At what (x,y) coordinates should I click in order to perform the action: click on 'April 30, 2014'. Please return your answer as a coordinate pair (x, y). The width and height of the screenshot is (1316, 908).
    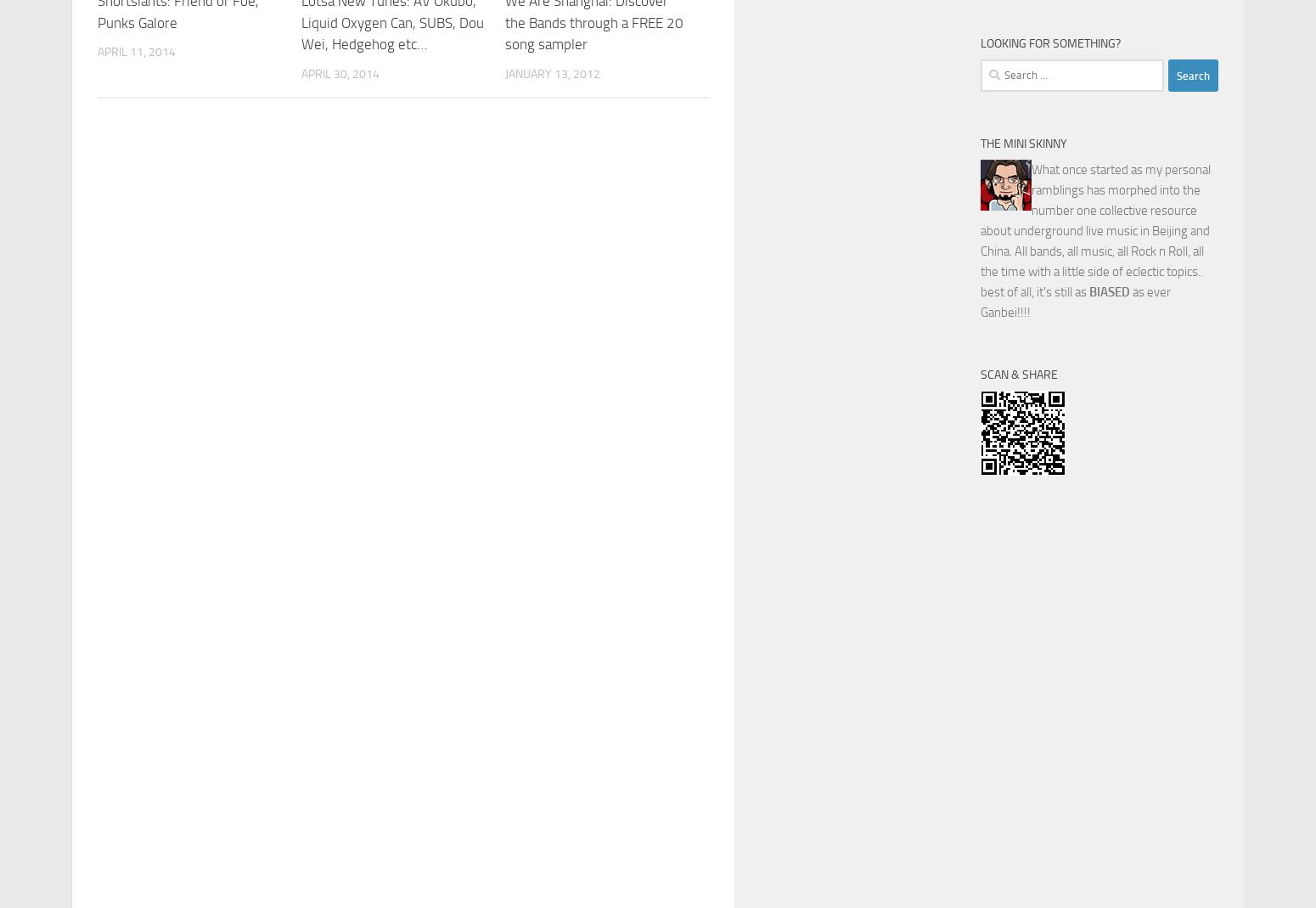
    Looking at the image, I should click on (340, 72).